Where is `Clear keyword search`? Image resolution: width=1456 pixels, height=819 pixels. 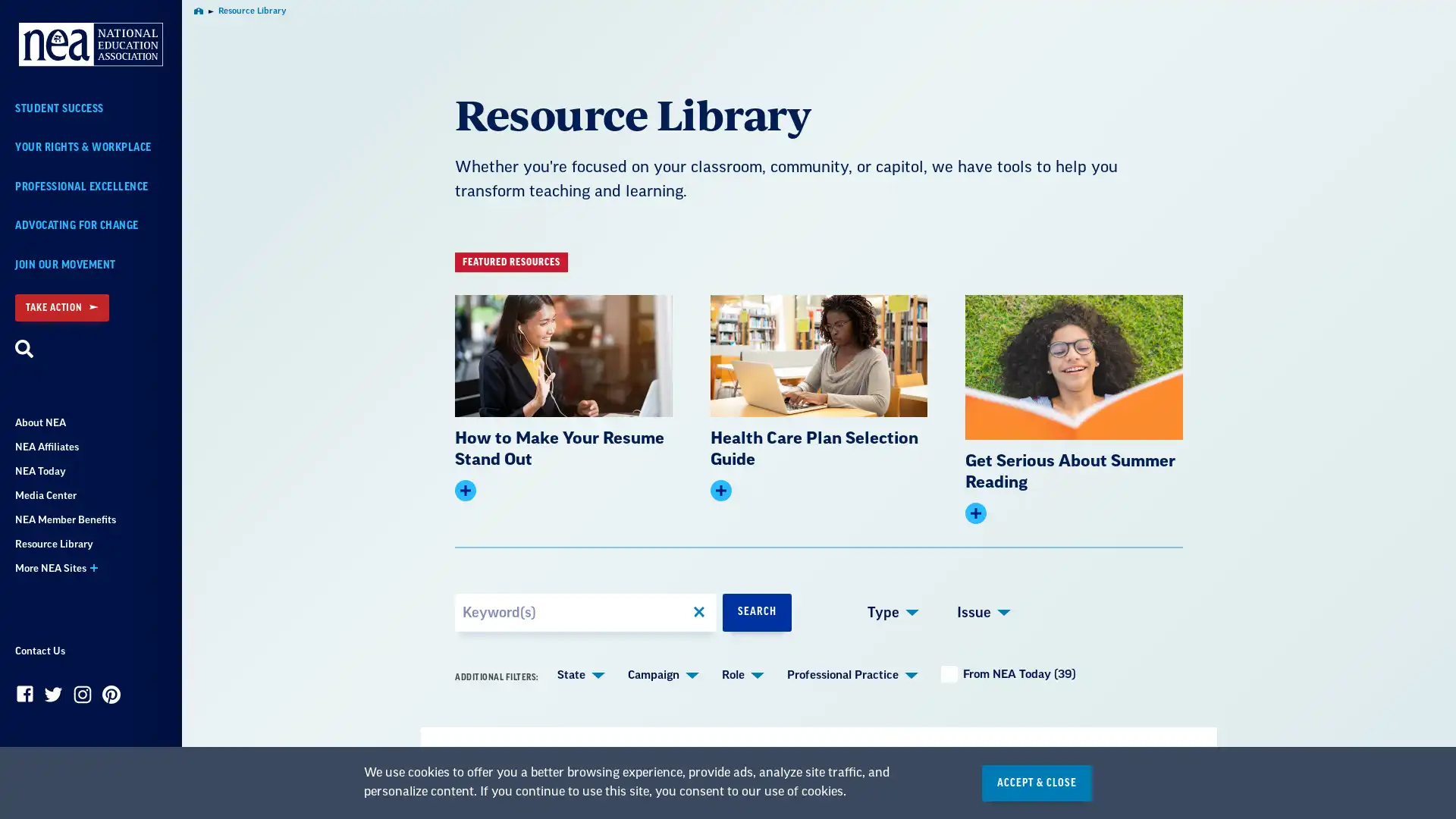 Clear keyword search is located at coordinates (698, 610).